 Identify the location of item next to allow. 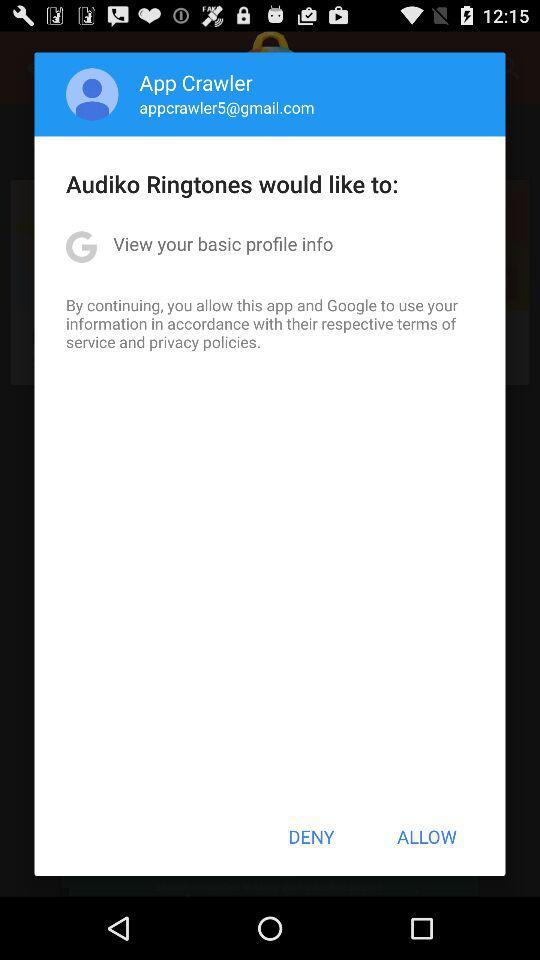
(311, 836).